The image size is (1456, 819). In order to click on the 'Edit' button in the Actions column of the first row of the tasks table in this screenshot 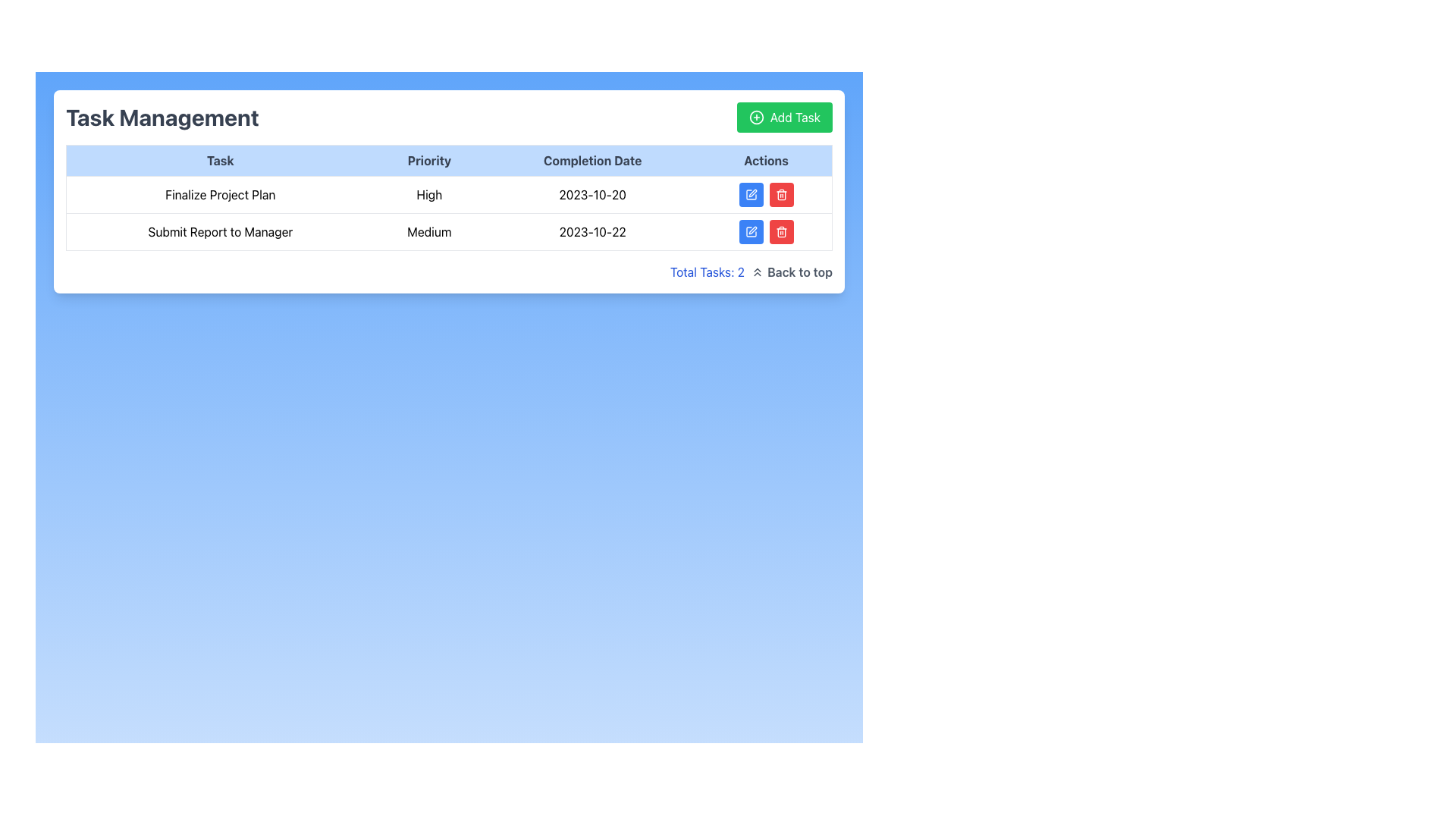, I will do `click(751, 194)`.